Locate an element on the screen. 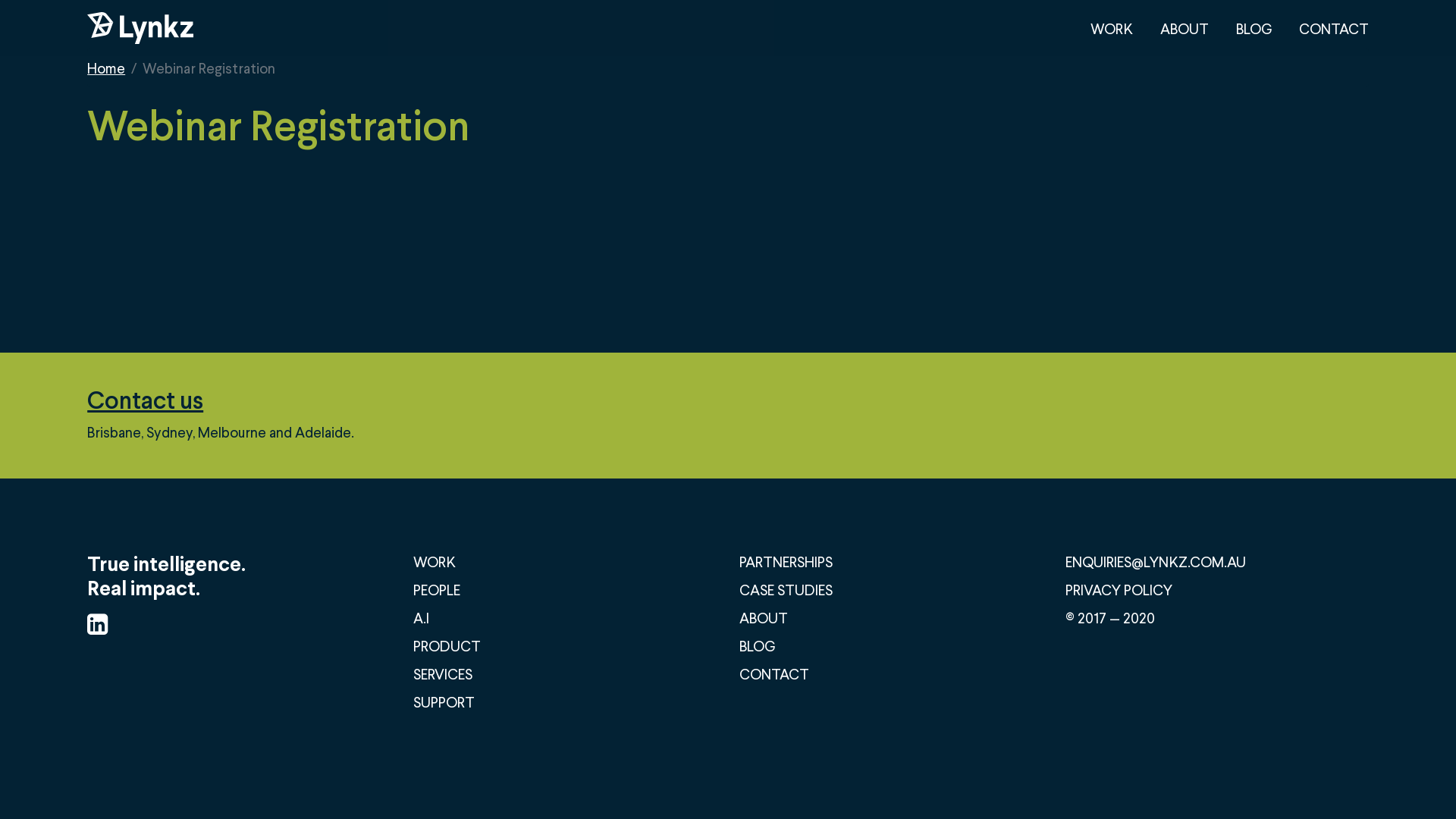 This screenshot has height=819, width=1456. 'BLOG' is located at coordinates (1236, 28).